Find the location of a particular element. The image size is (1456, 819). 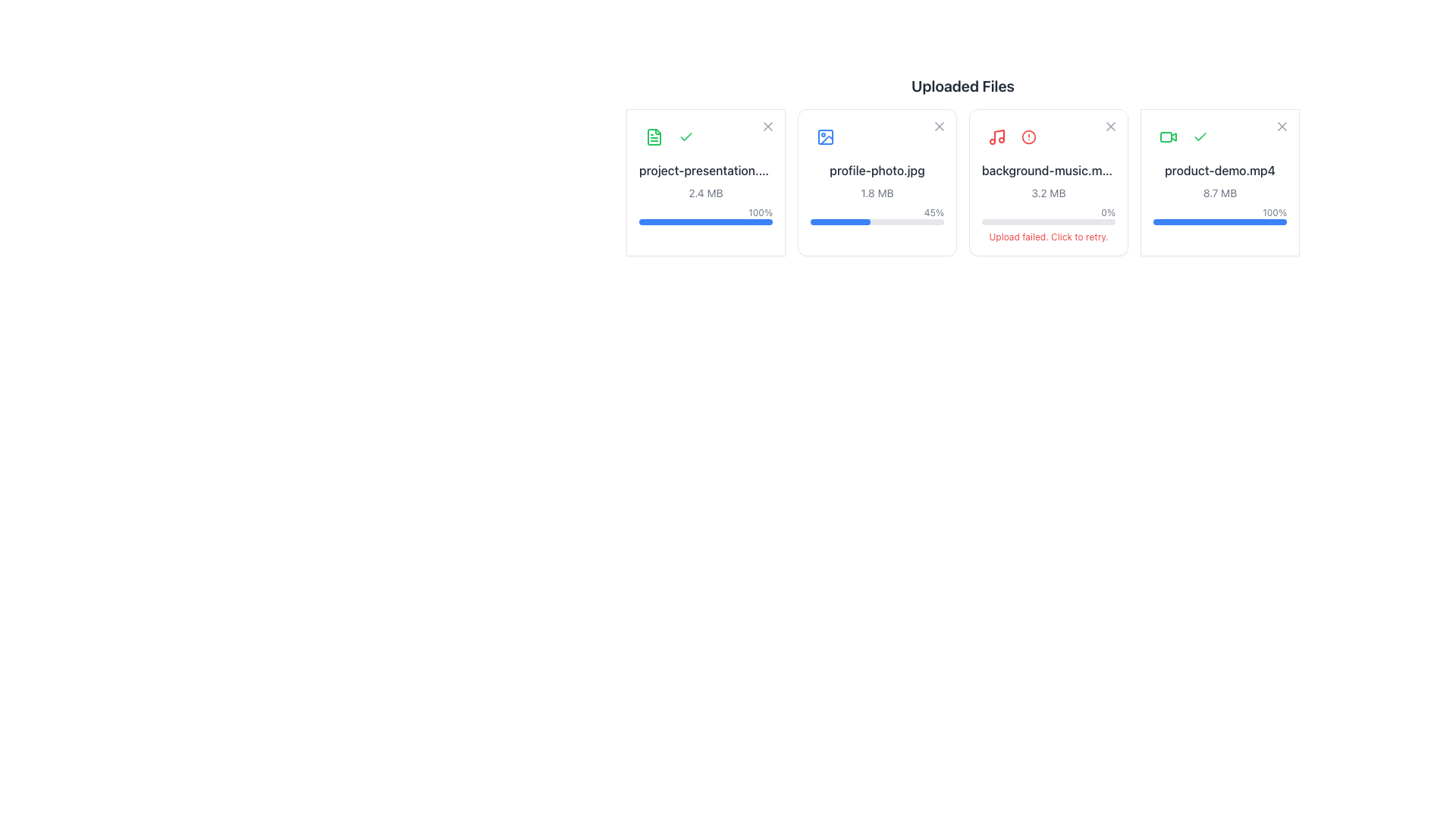

static text header displaying 'Uploaded Files' located at the top of its section is located at coordinates (962, 86).